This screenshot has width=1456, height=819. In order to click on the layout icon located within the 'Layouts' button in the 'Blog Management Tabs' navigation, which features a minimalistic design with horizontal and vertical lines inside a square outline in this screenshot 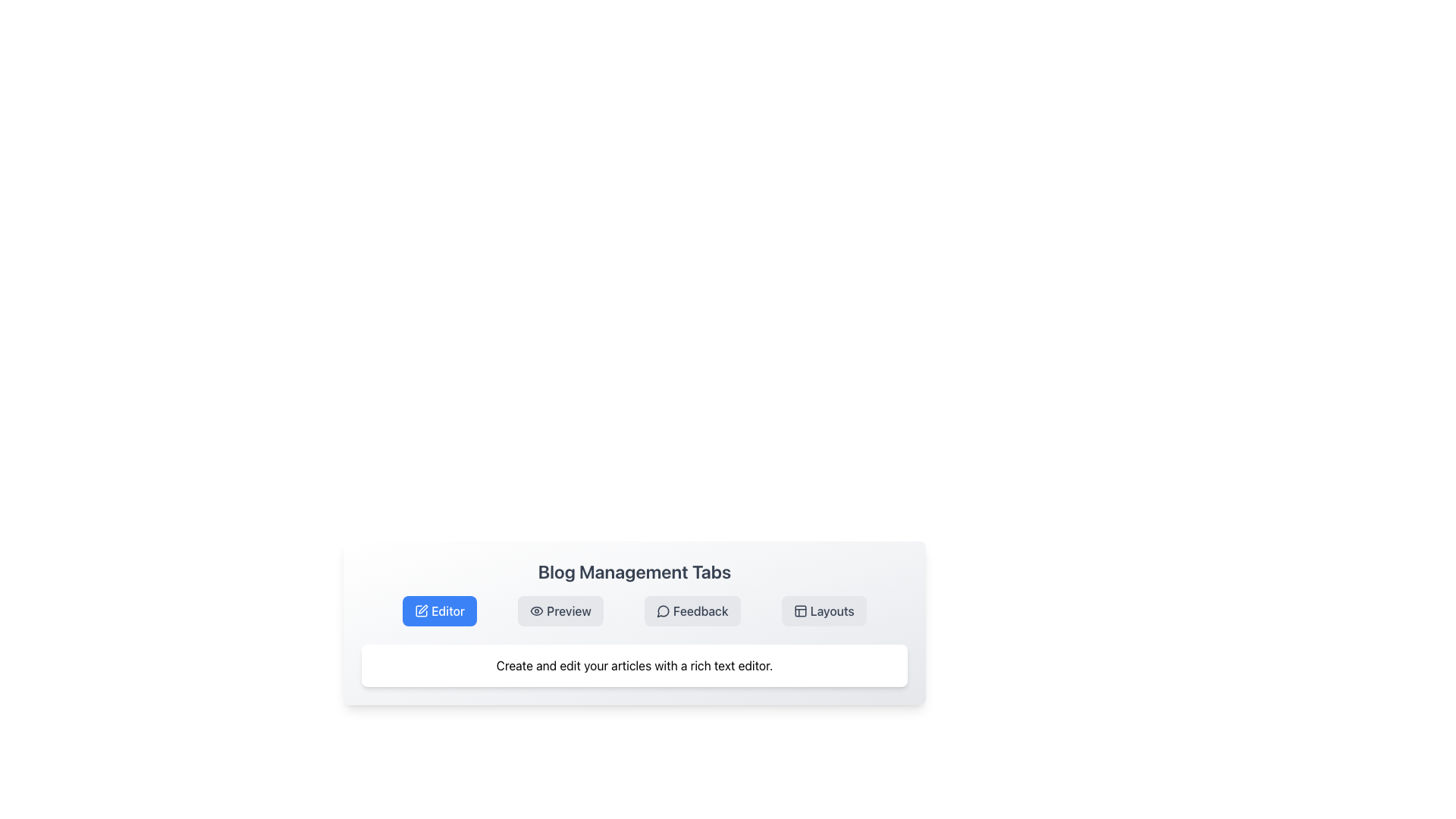, I will do `click(799, 610)`.